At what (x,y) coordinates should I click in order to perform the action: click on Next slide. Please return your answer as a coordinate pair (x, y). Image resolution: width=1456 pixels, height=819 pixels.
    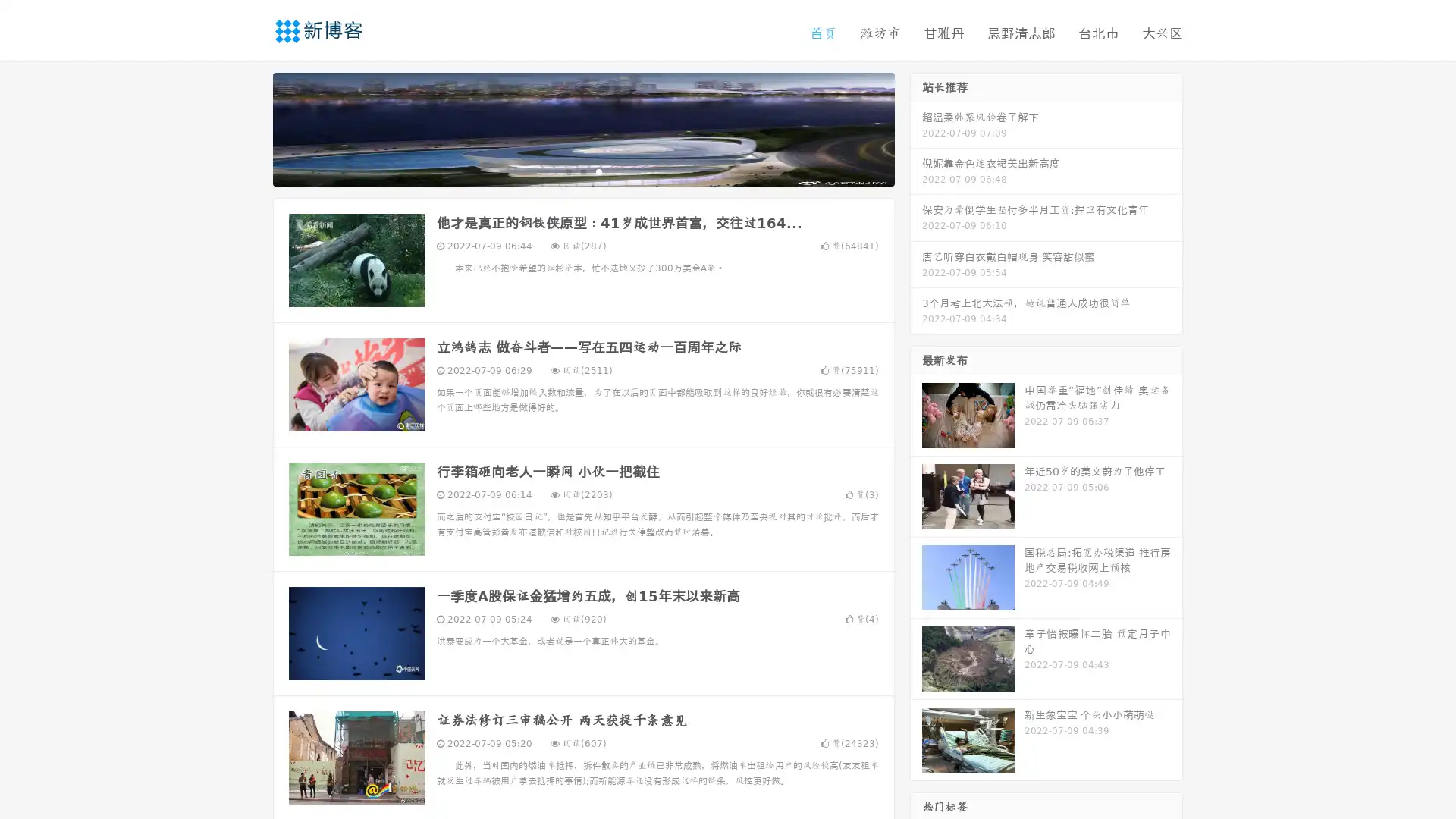
    Looking at the image, I should click on (916, 127).